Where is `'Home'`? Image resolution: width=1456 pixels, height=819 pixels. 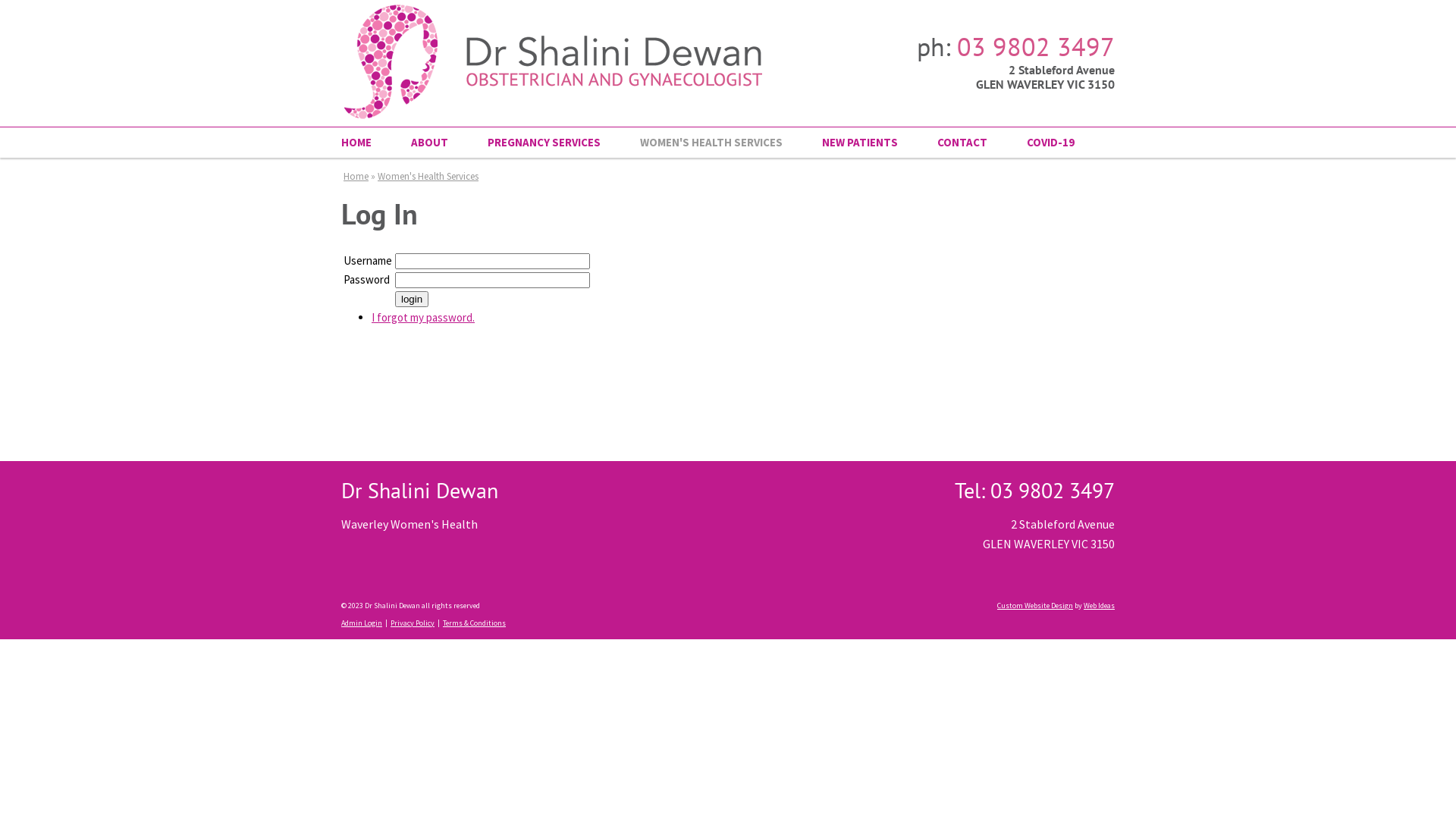
'Home' is located at coordinates (355, 175).